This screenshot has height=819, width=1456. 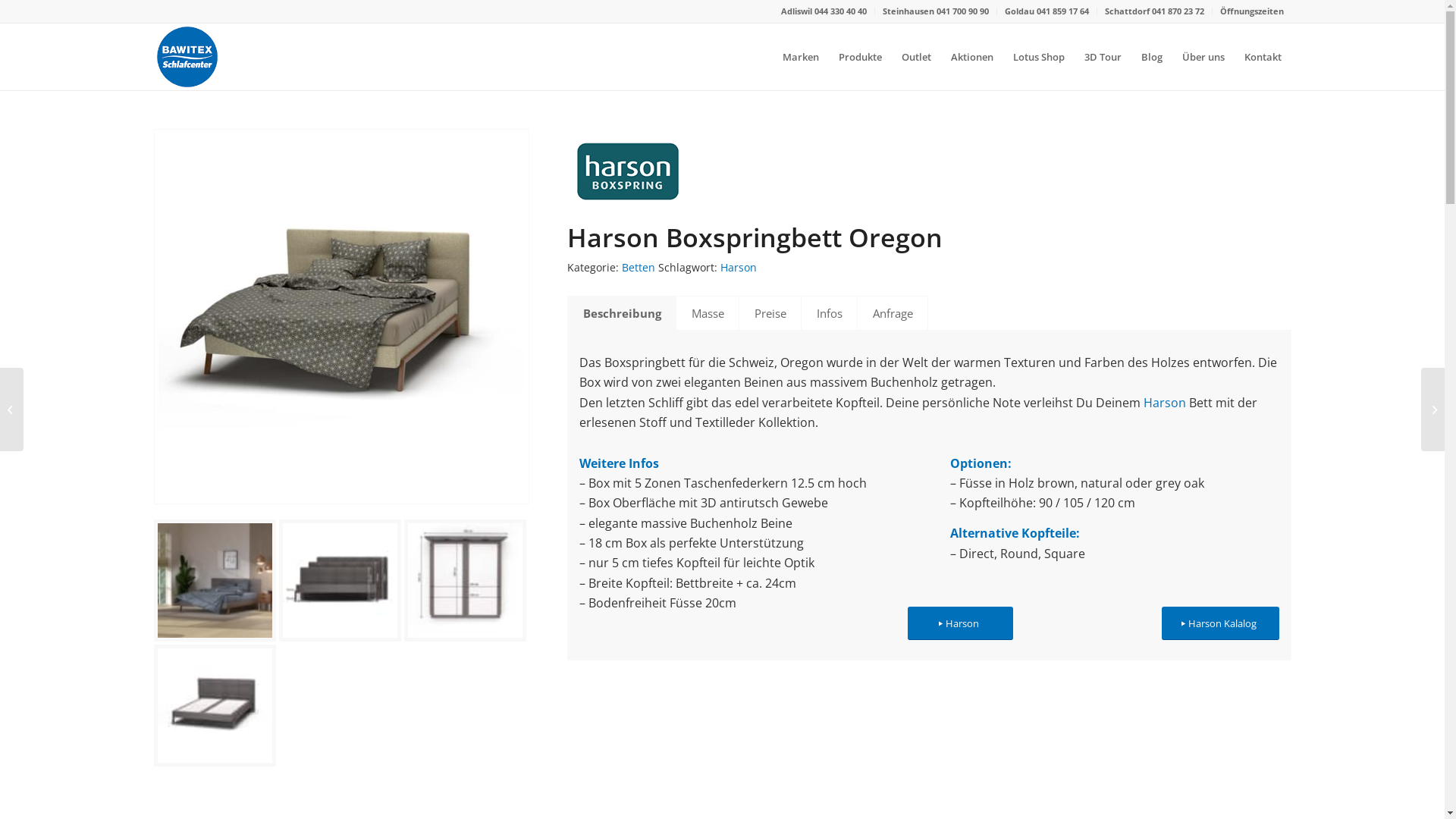 I want to click on '041 700 90 90', so click(x=934, y=11).